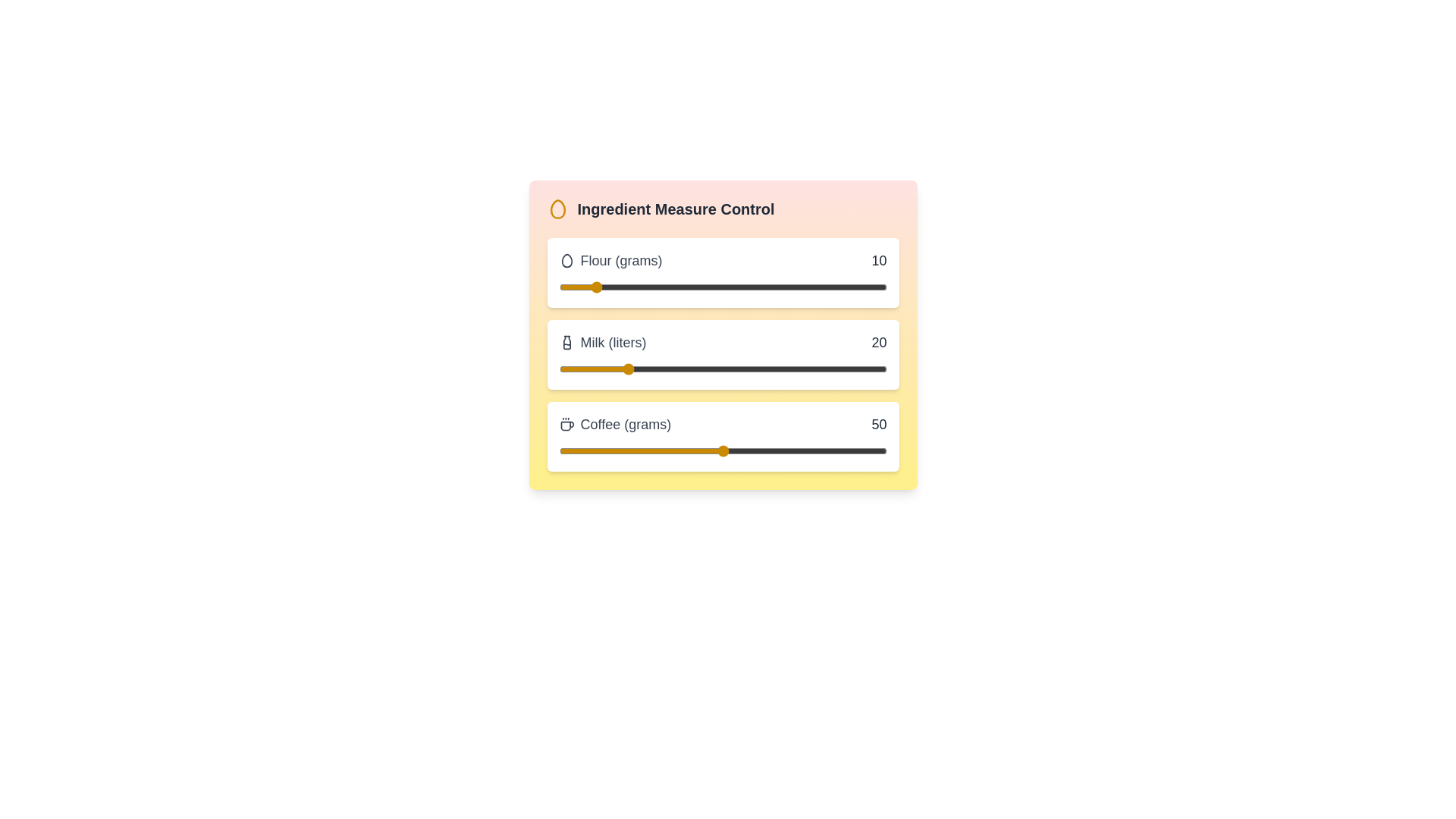  What do you see at coordinates (874, 287) in the screenshot?
I see `ingredient measurement` at bounding box center [874, 287].